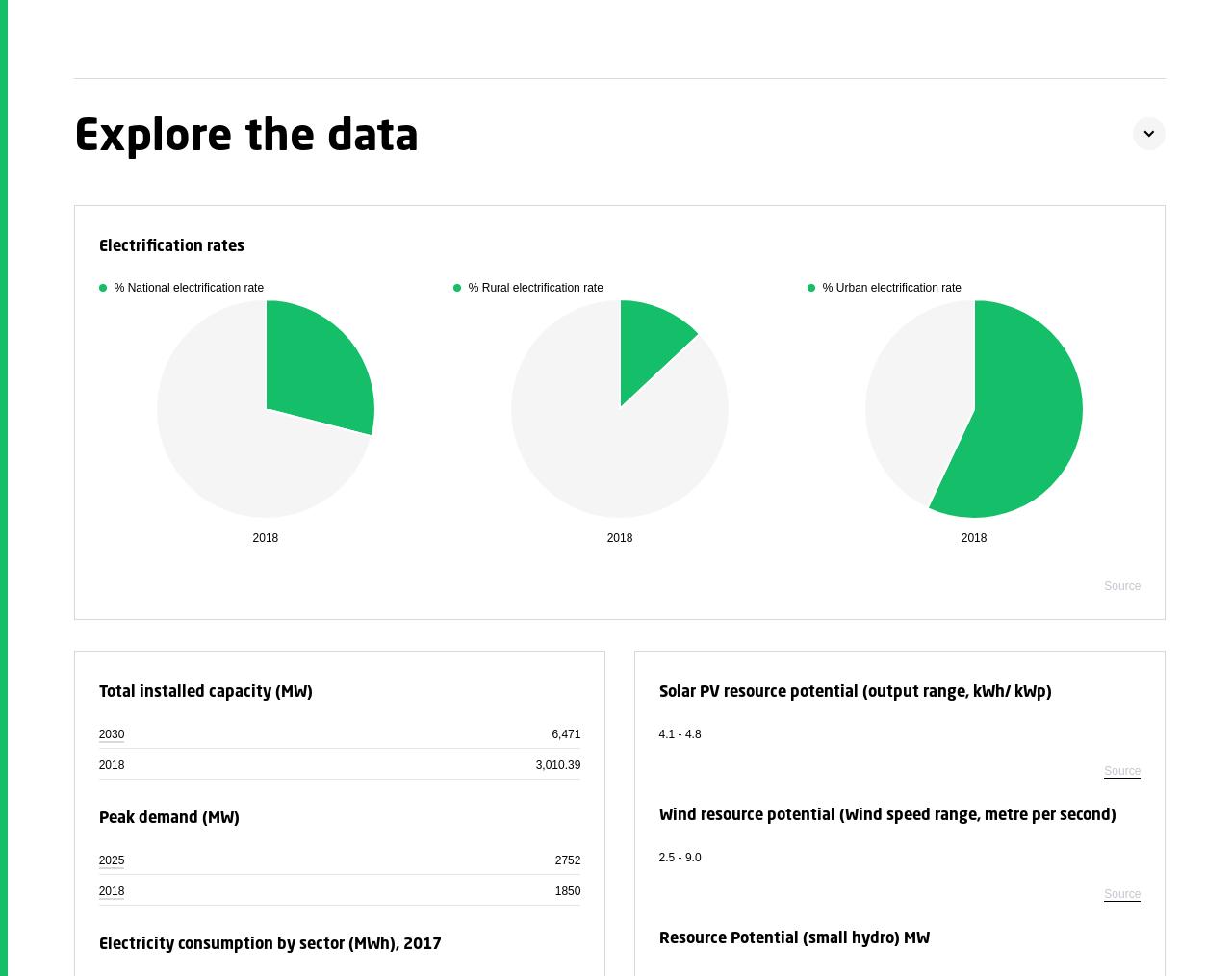 The height and width of the screenshot is (976, 1232). I want to click on '2030', so click(97, 733).